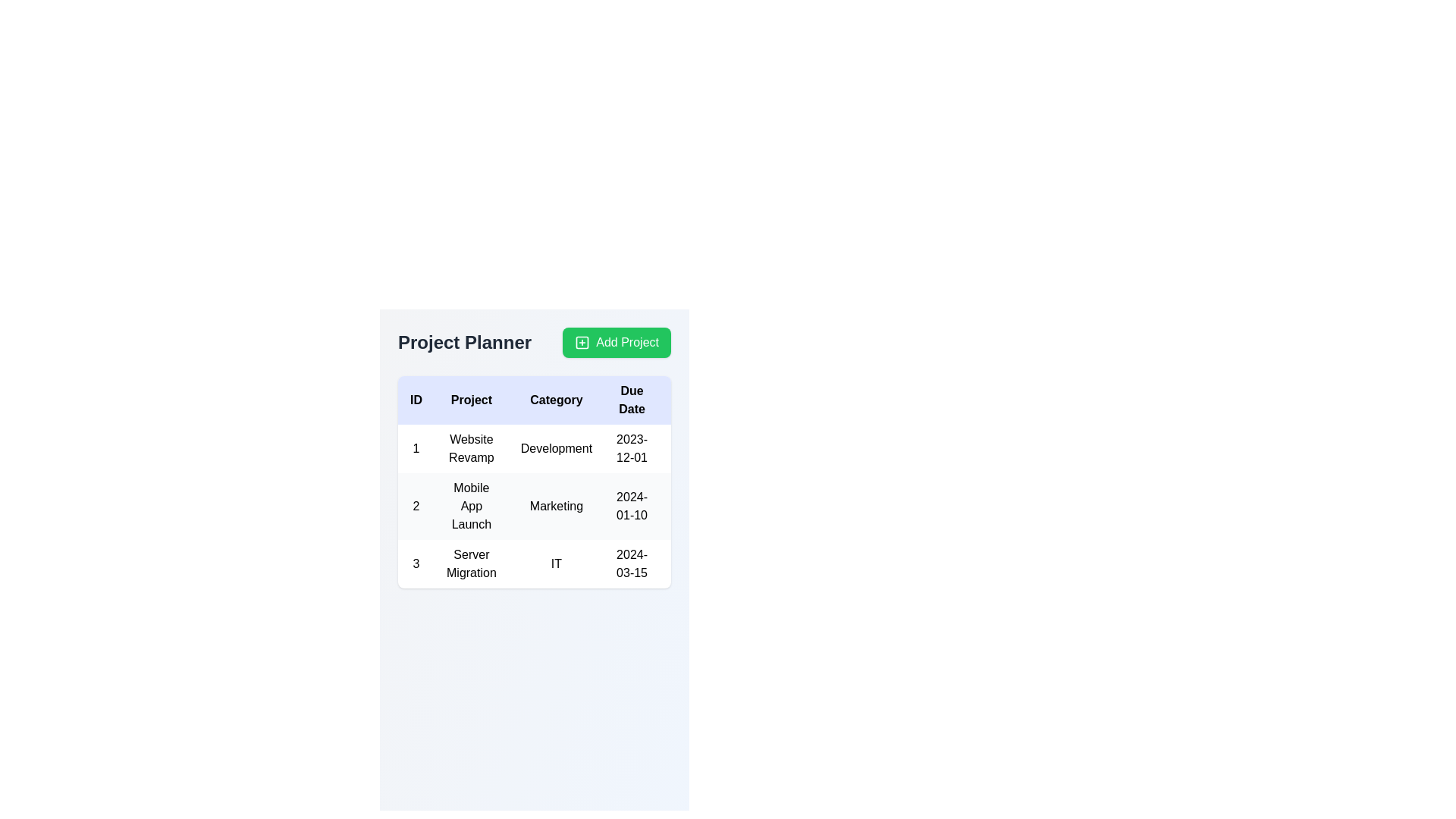 The height and width of the screenshot is (819, 1456). What do you see at coordinates (416, 447) in the screenshot?
I see `the text label displaying the number '1' located in the 'ID' column of the first row of the table by moving the cursor to its center` at bounding box center [416, 447].